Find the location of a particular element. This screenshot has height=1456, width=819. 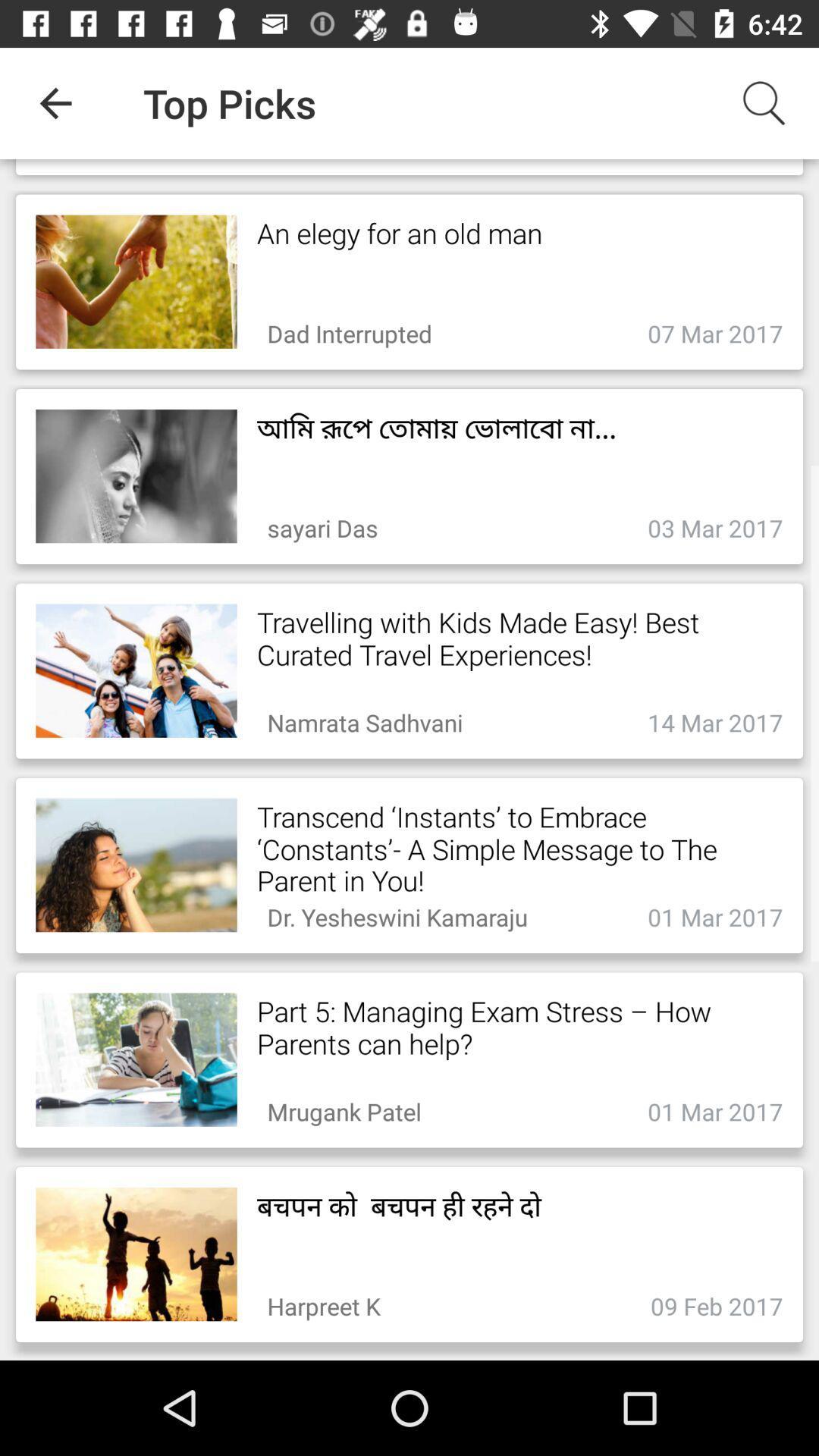

harpreet k icon is located at coordinates (323, 1301).